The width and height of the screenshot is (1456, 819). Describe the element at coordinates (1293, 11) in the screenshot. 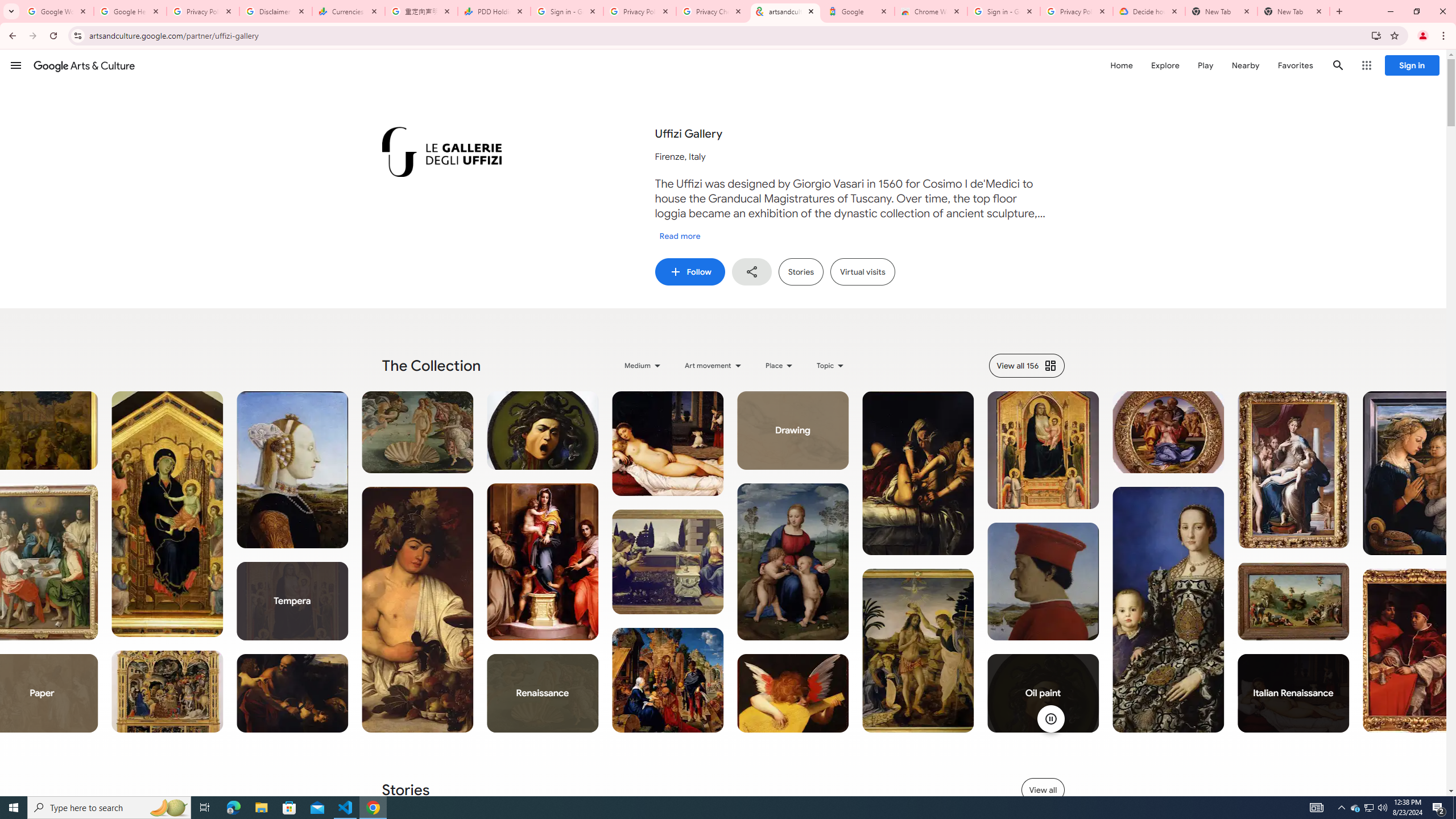

I see `'New Tab'` at that location.